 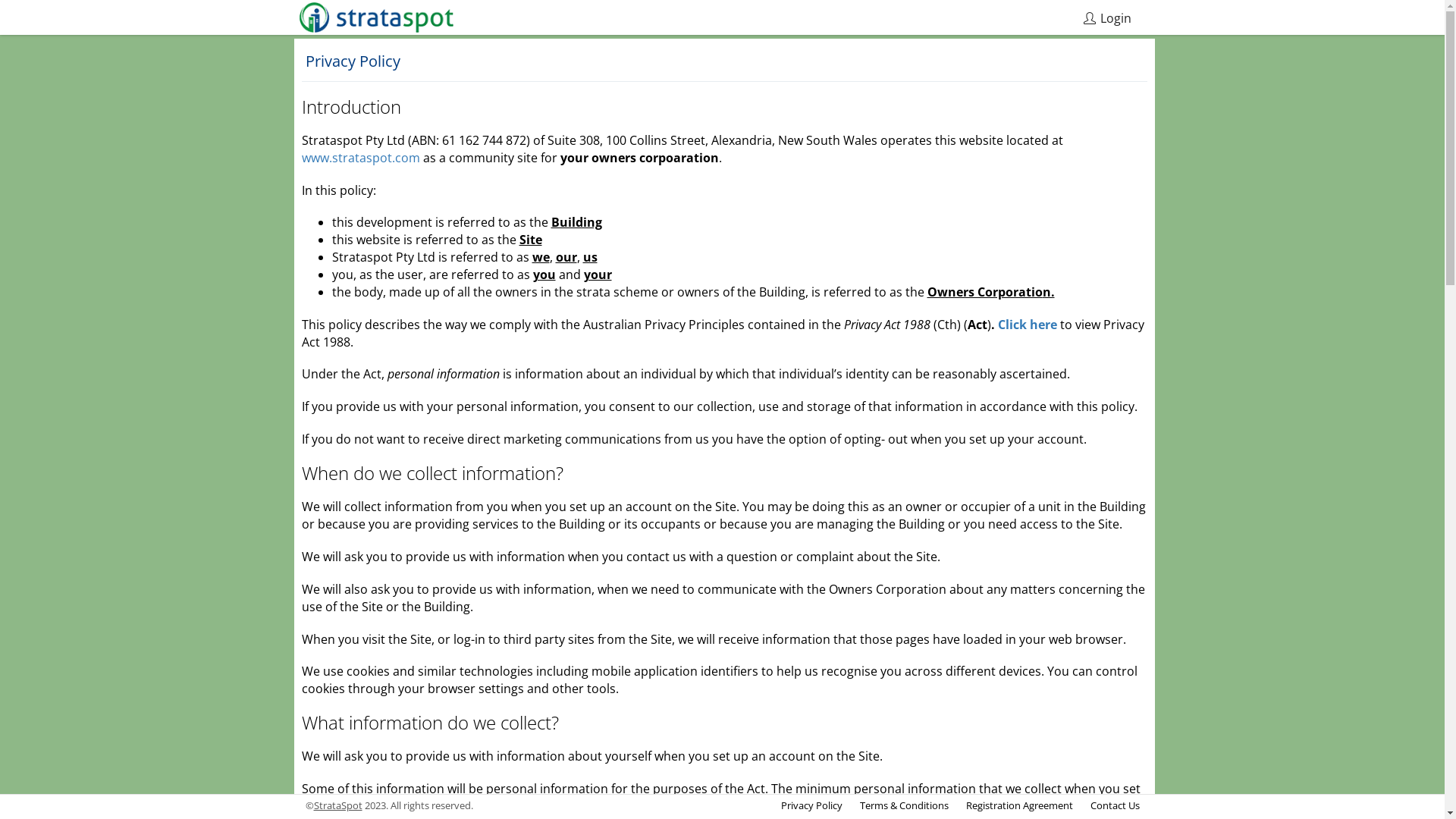 I want to click on 'www.strataspot.com', so click(x=359, y=158).